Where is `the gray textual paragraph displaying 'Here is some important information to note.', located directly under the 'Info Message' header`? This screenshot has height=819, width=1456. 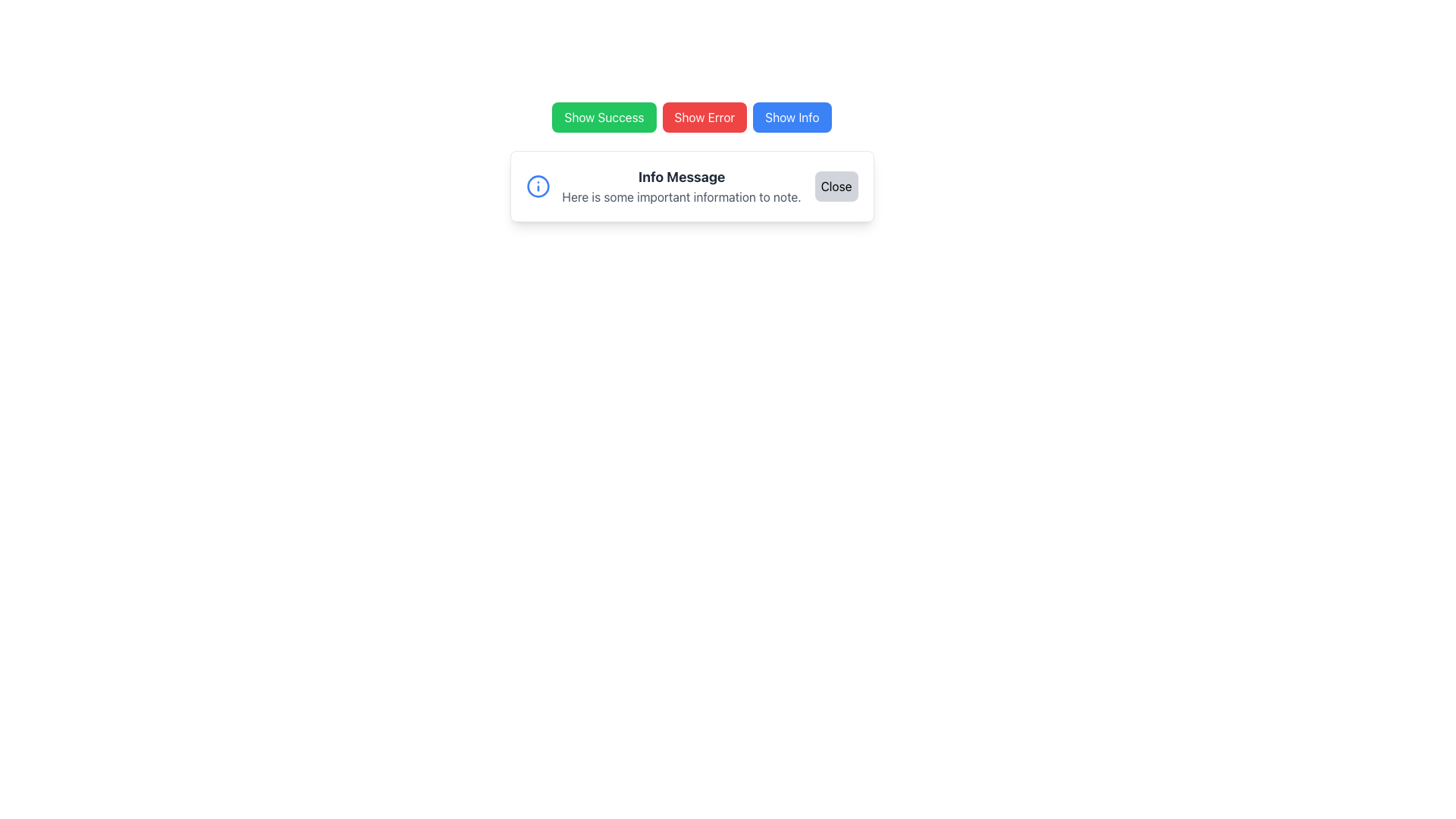 the gray textual paragraph displaying 'Here is some important information to note.', located directly under the 'Info Message' header is located at coordinates (681, 196).